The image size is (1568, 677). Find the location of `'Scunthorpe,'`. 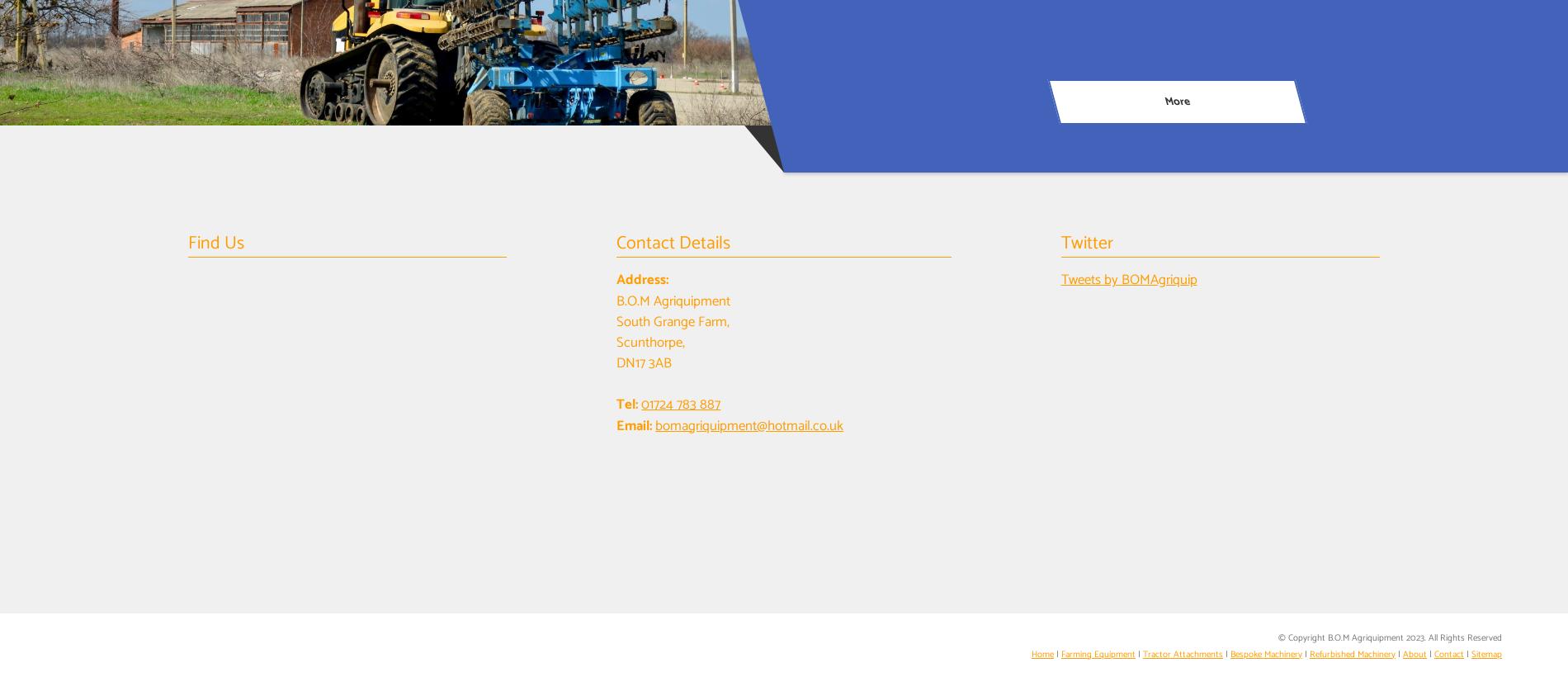

'Scunthorpe,' is located at coordinates (649, 341).